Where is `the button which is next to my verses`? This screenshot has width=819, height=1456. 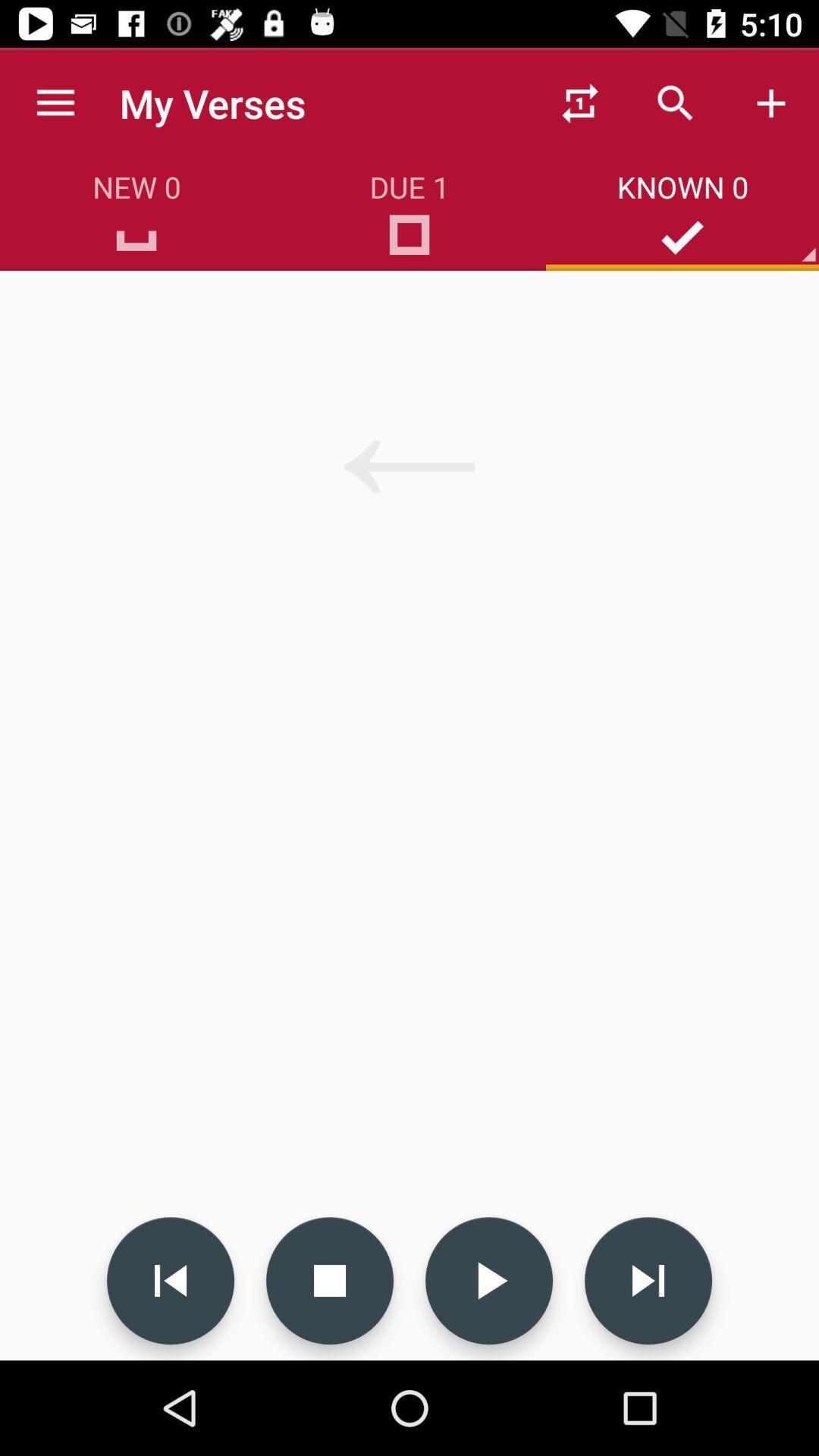 the button which is next to my verses is located at coordinates (579, 103).